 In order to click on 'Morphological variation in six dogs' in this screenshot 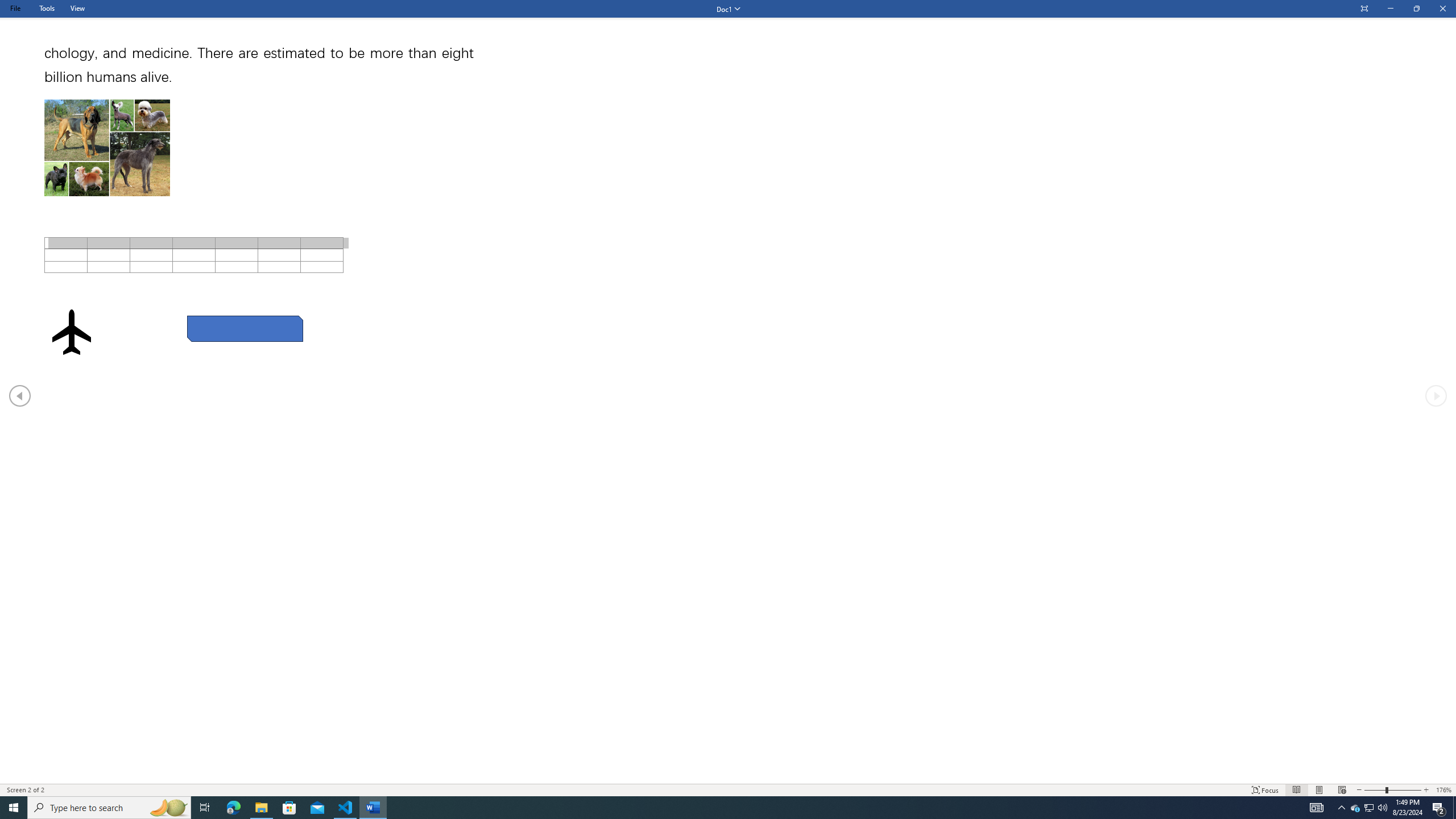, I will do `click(106, 148)`.